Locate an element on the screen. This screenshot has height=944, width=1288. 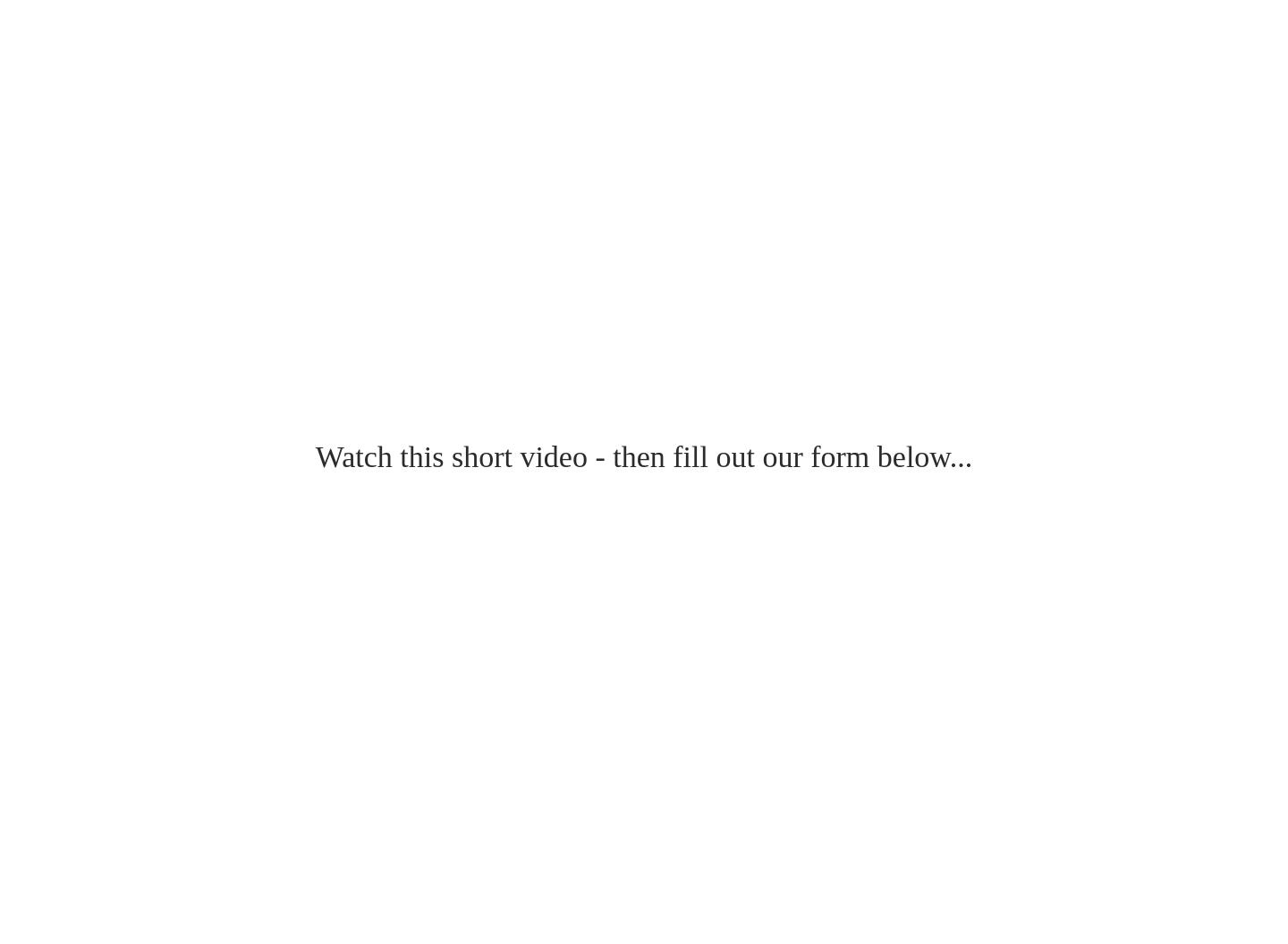
'Our clients are able to minimize other advertising methods when we make their business grow and rank high on Google. If you’re not investing in your website – you’re losing money each day.' is located at coordinates (1066, 75).